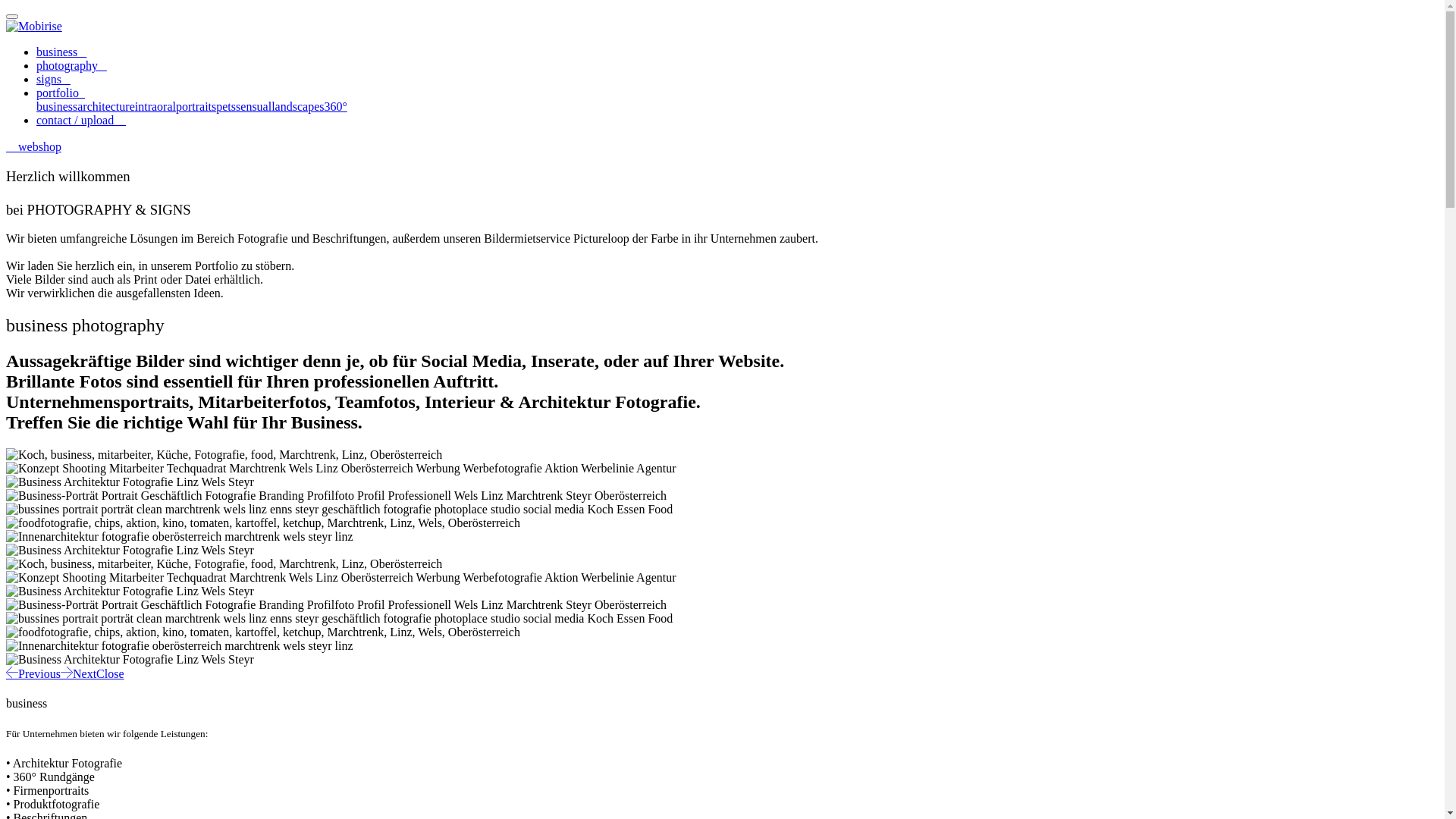 This screenshot has height=819, width=1456. I want to click on 'intraoral', so click(155, 105).